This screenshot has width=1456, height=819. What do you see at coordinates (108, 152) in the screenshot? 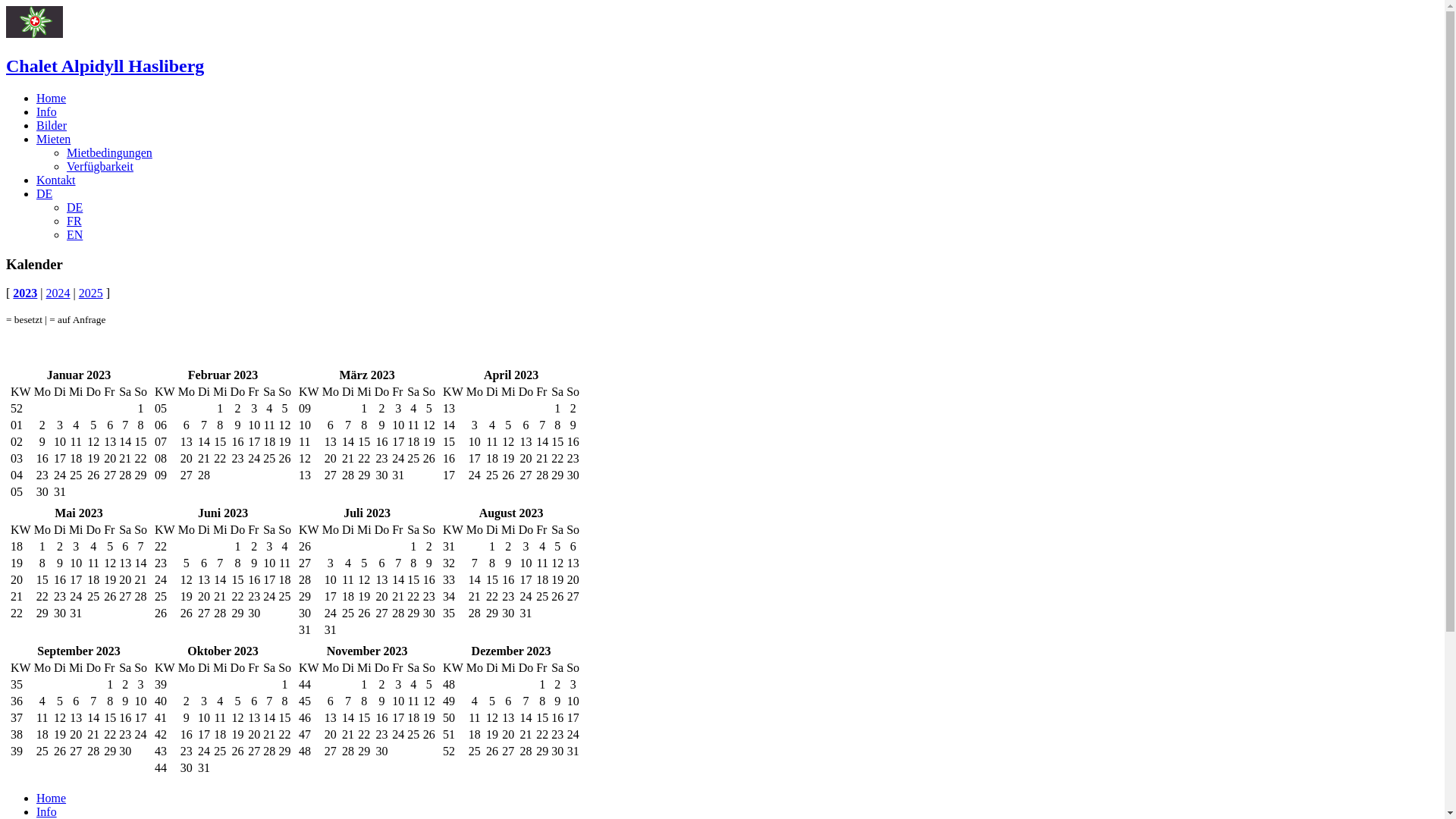
I see `'Mietbedingungen'` at bounding box center [108, 152].